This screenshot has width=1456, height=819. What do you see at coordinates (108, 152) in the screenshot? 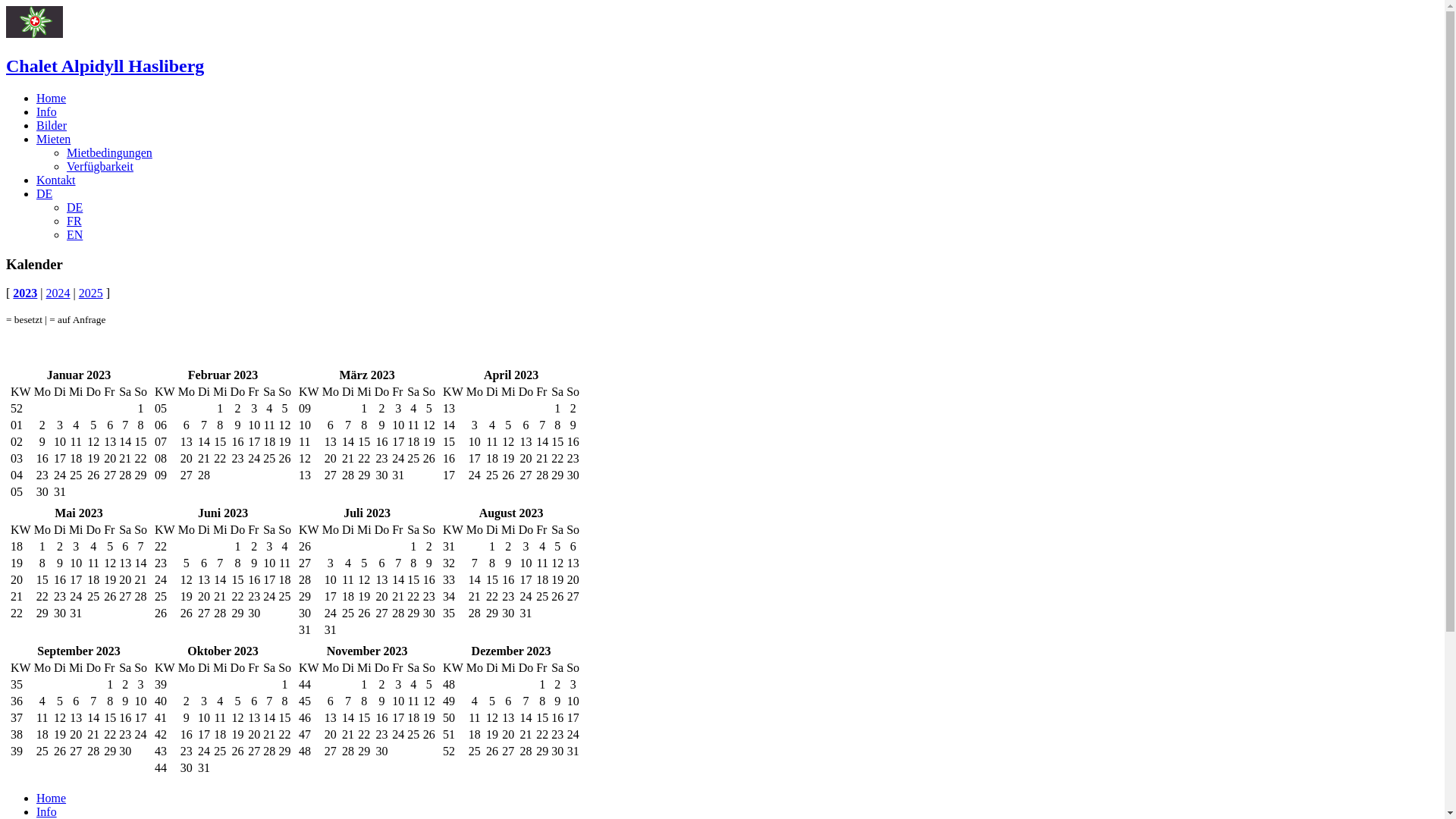
I see `'Mietbedingungen'` at bounding box center [108, 152].